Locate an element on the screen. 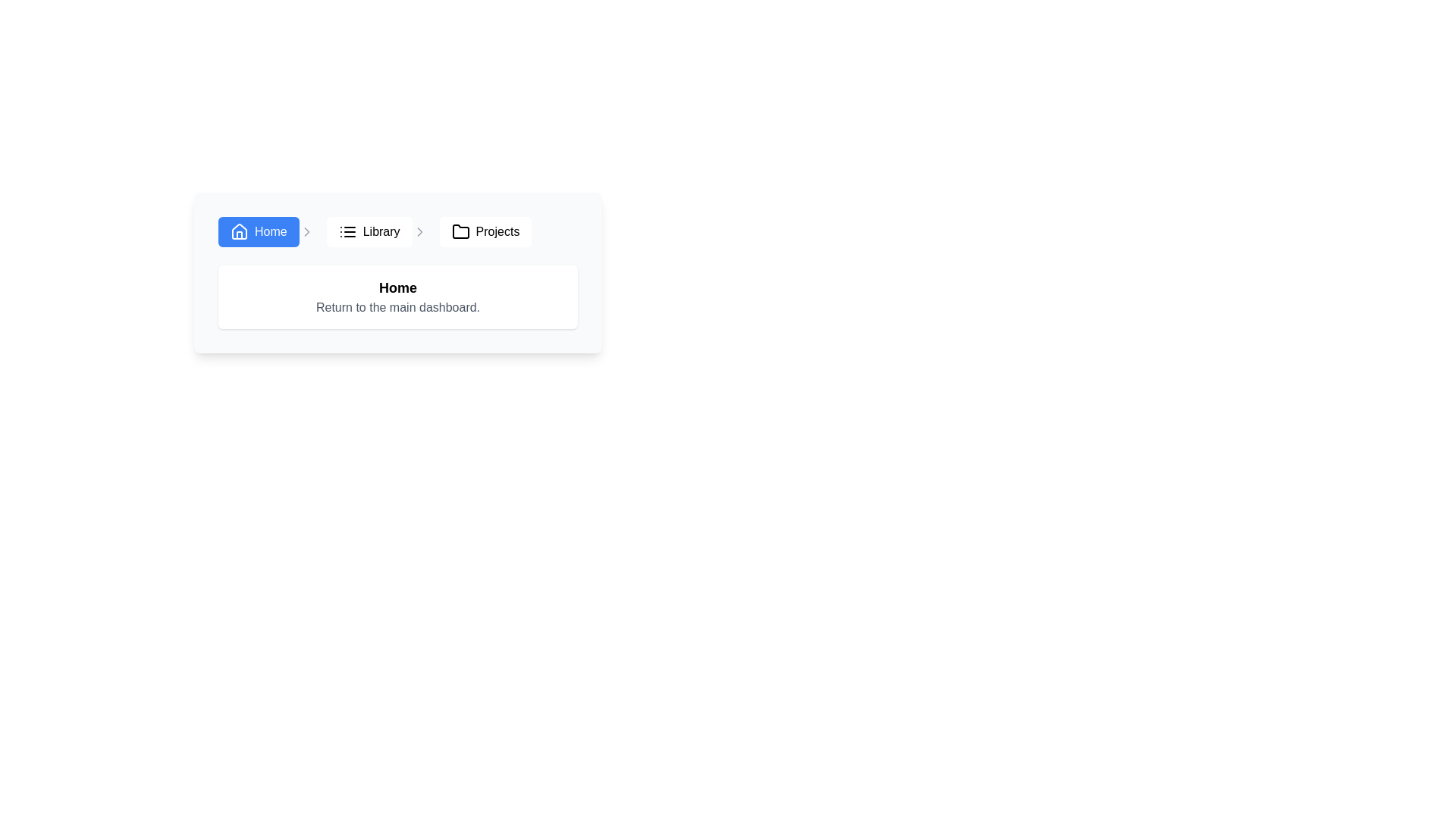 The image size is (1456, 819). the 'Projects' icon located in the navigation bar, positioned to the immediate left of the 'Projects' label is located at coordinates (460, 231).